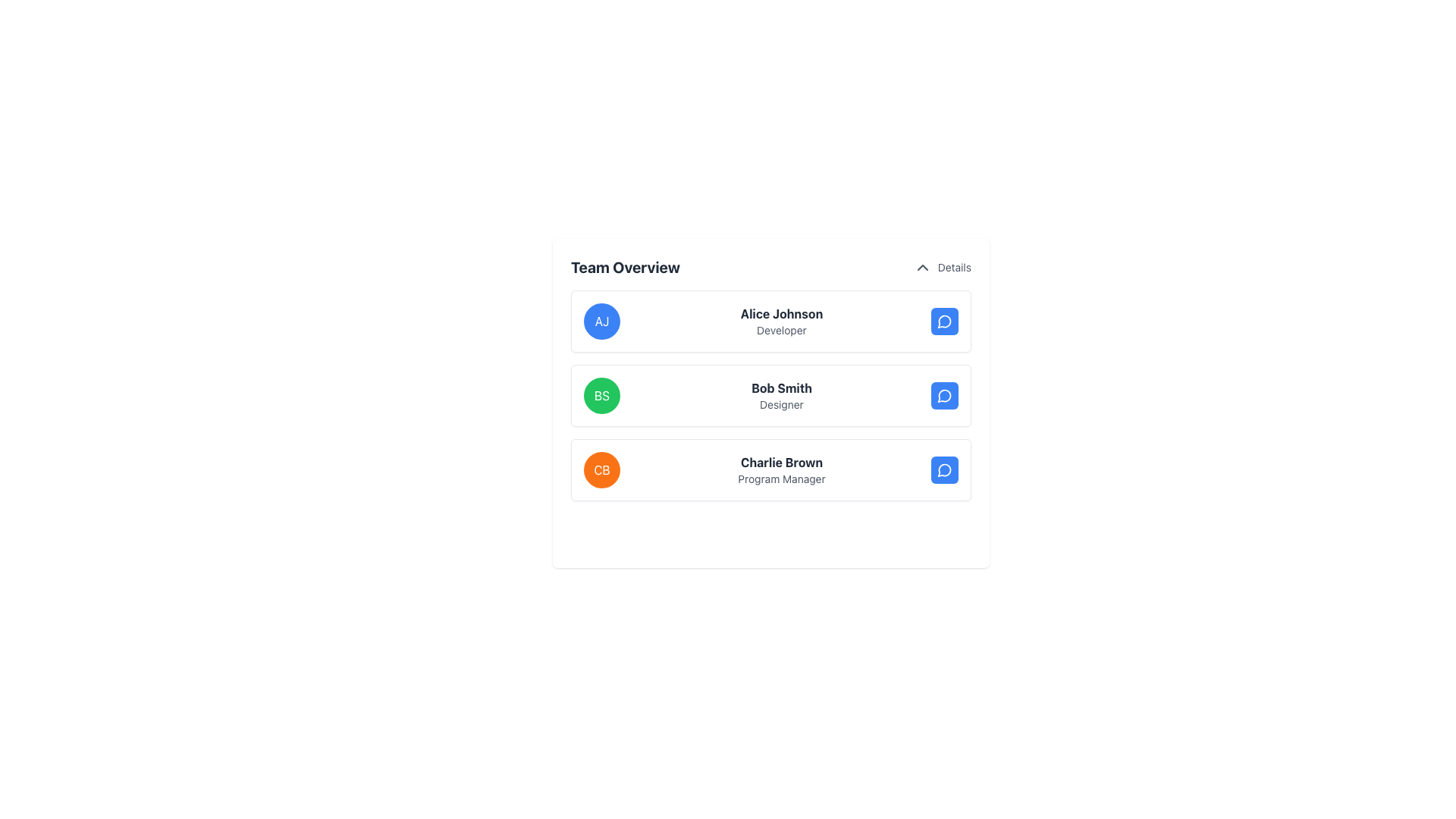 This screenshot has width=1456, height=819. I want to click on text element serving as a descriptor for 'Bob Smith', located directly below the bold text 'Bob Smith' and aligned with the green circular avatar labeled 'BS', so click(782, 403).